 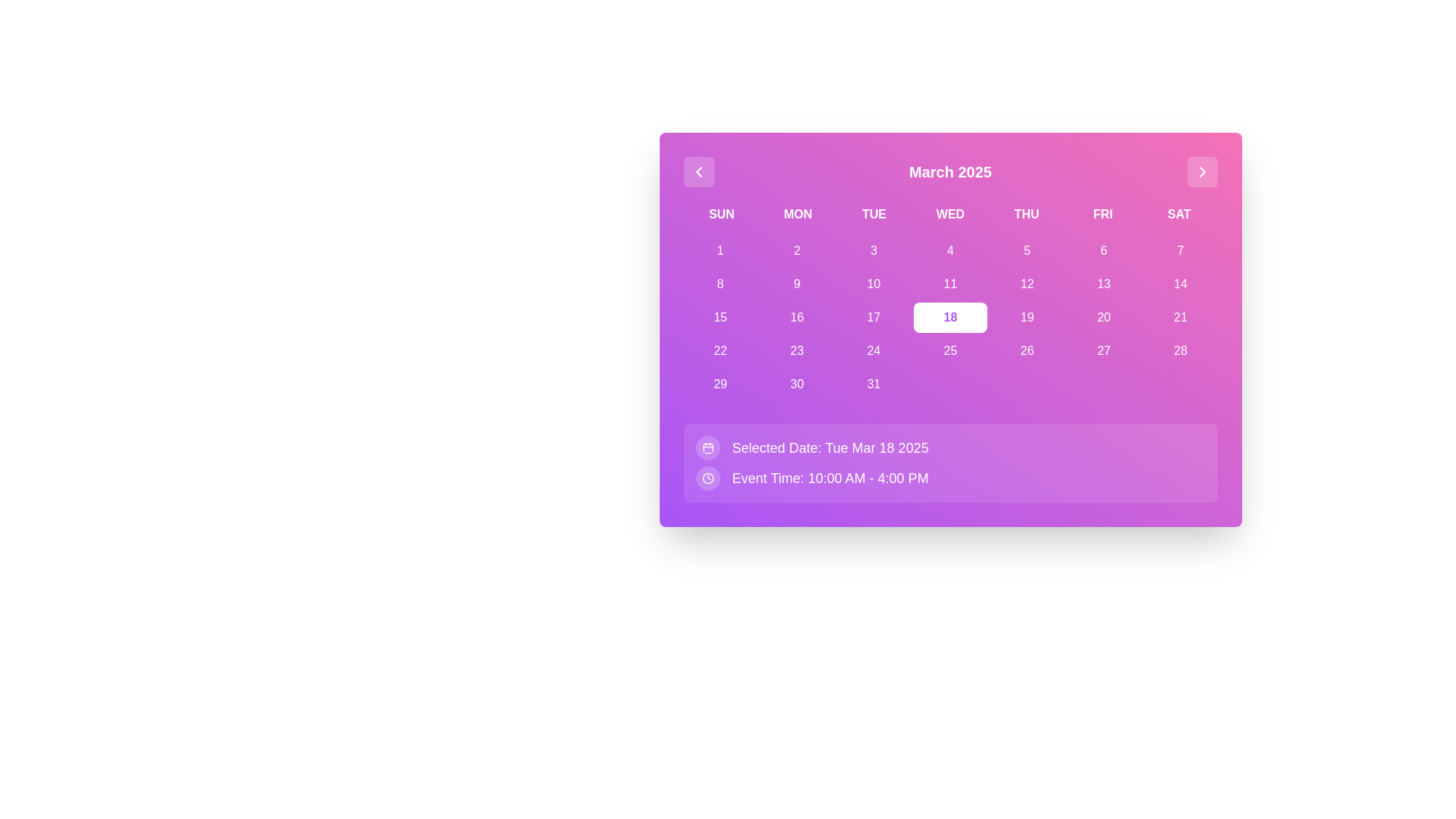 What do you see at coordinates (1178, 214) in the screenshot?
I see `the Text Label for Saturday, which is the seventh column in the grid layout of weekdays in the calendar interface` at bounding box center [1178, 214].